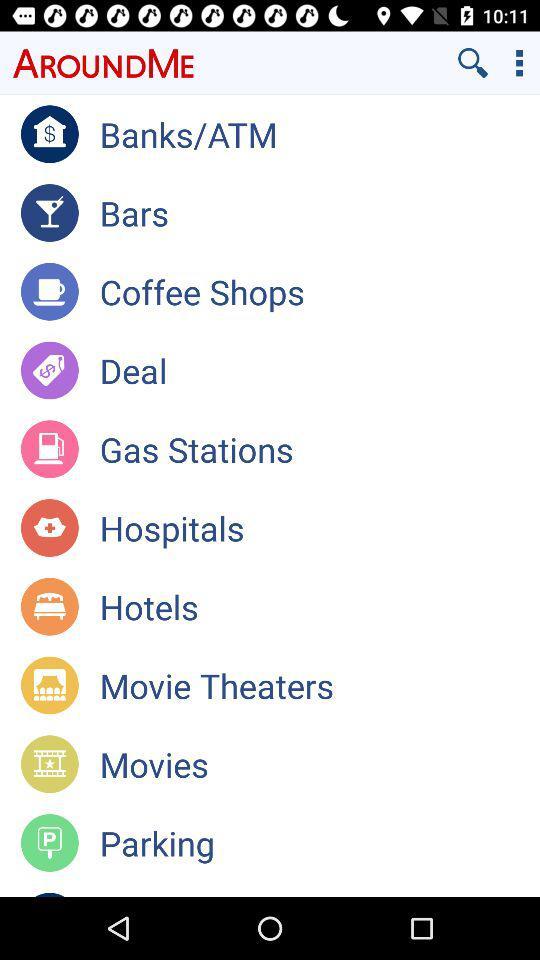 The height and width of the screenshot is (960, 540). What do you see at coordinates (319, 213) in the screenshot?
I see `icon above the coffee shops item` at bounding box center [319, 213].